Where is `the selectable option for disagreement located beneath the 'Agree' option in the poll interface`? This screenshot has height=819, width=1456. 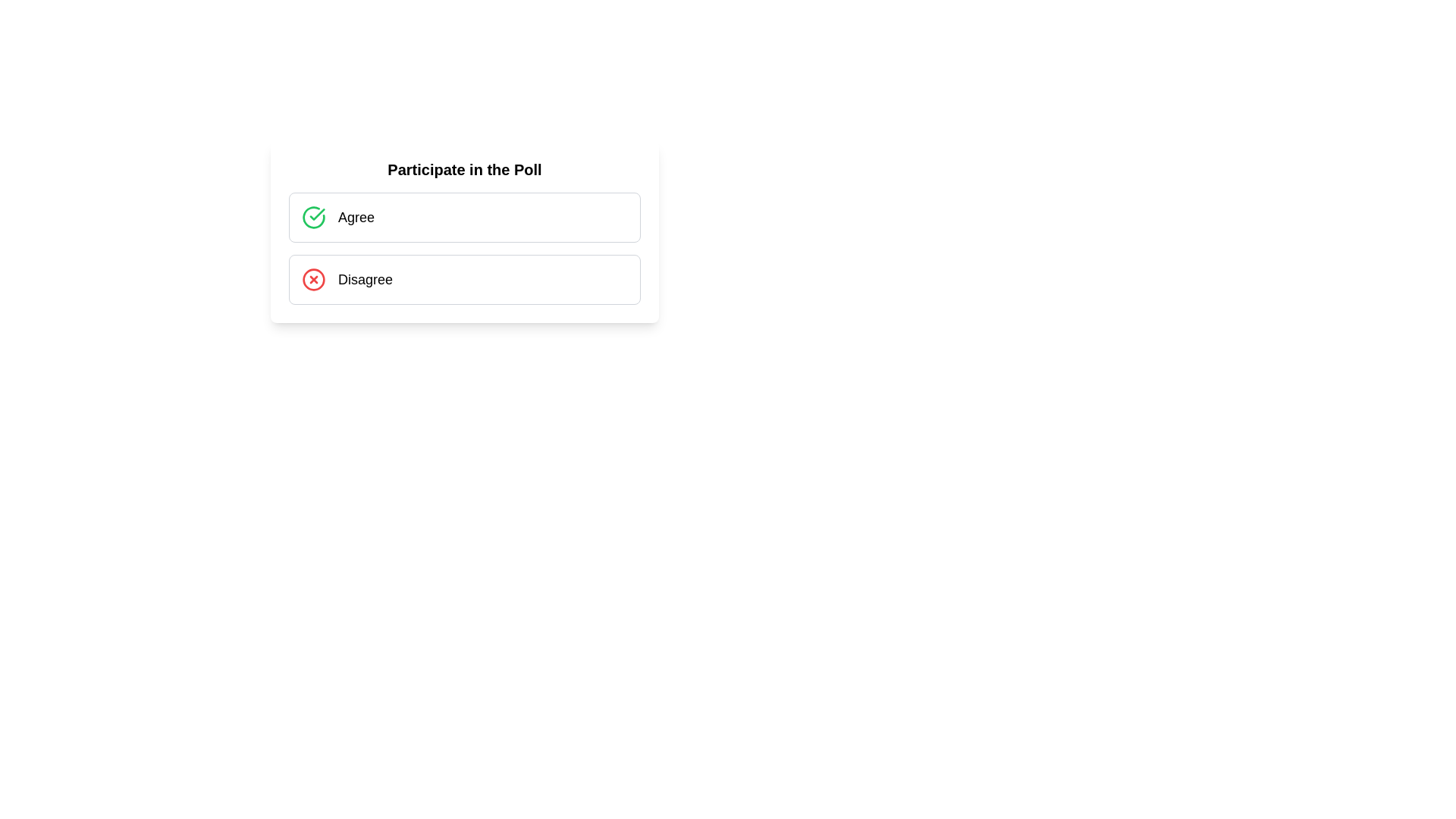
the selectable option for disagreement located beneath the 'Agree' option in the poll interface is located at coordinates (346, 280).